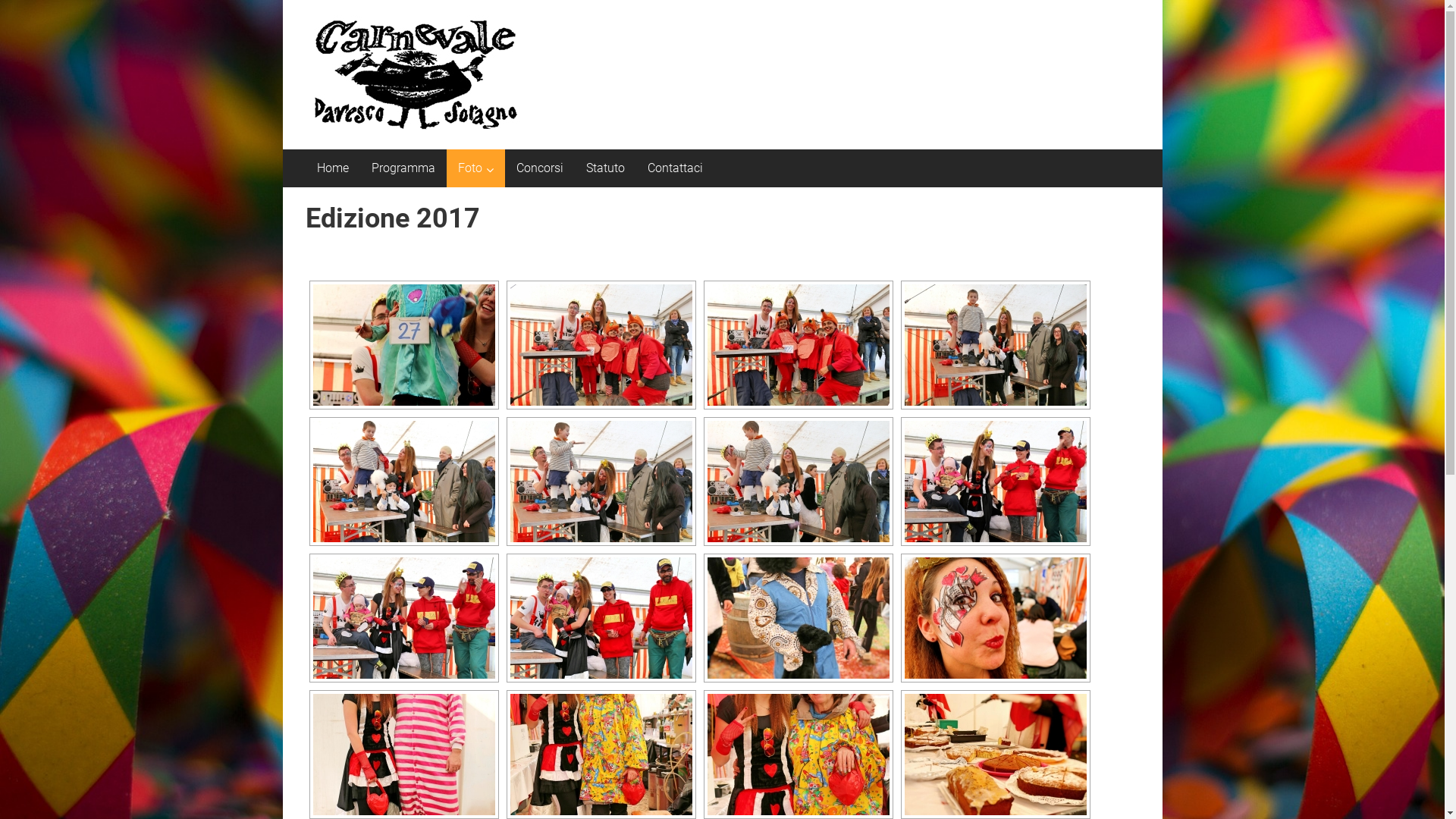 The width and height of the screenshot is (1456, 819). What do you see at coordinates (469, 168) in the screenshot?
I see `'Foto'` at bounding box center [469, 168].